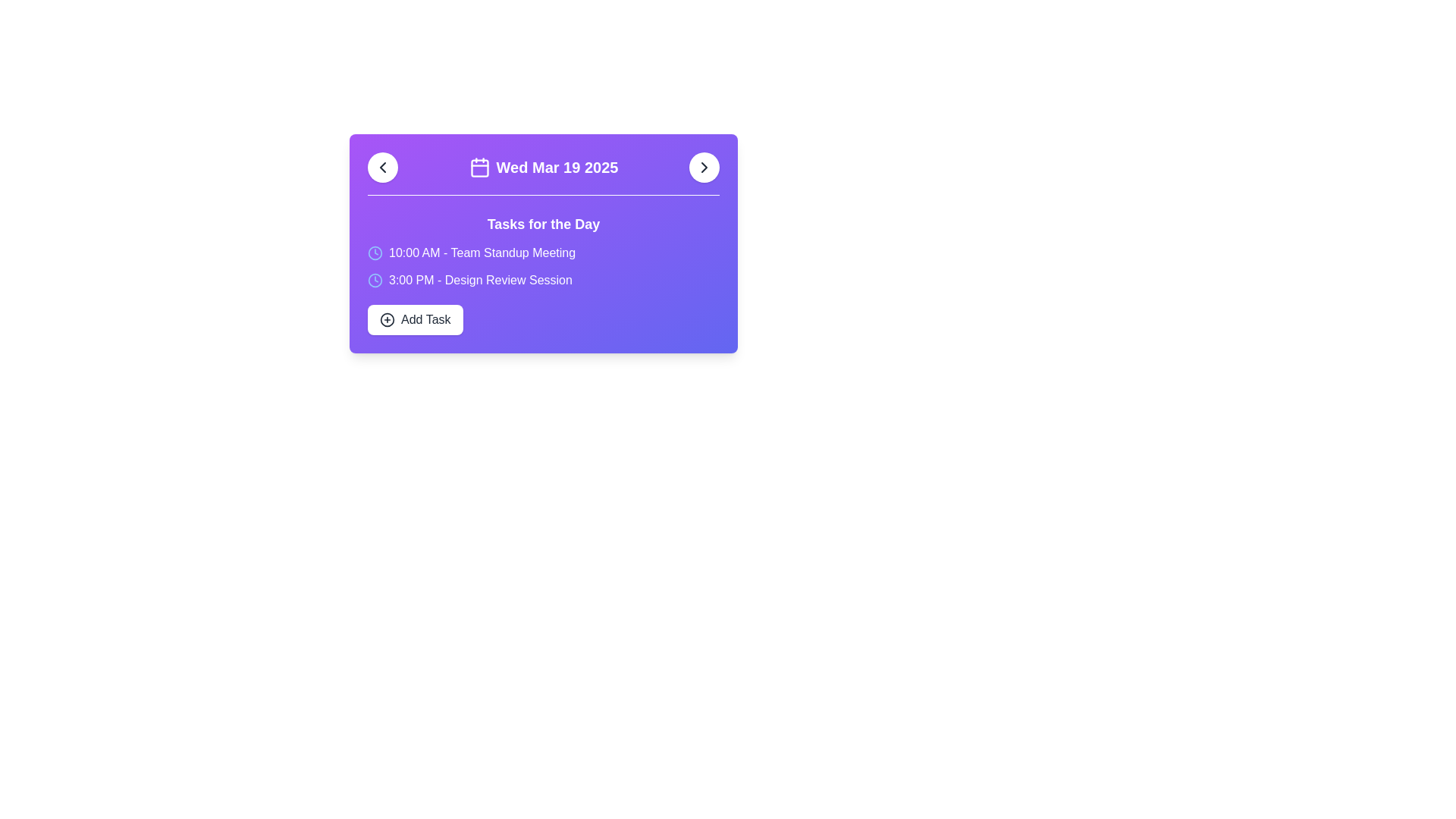  I want to click on text element that displays '3:00 PM - Design Review Session', which is the second item in a vertical task list with a purple background and a blue clock icon, so click(543, 281).